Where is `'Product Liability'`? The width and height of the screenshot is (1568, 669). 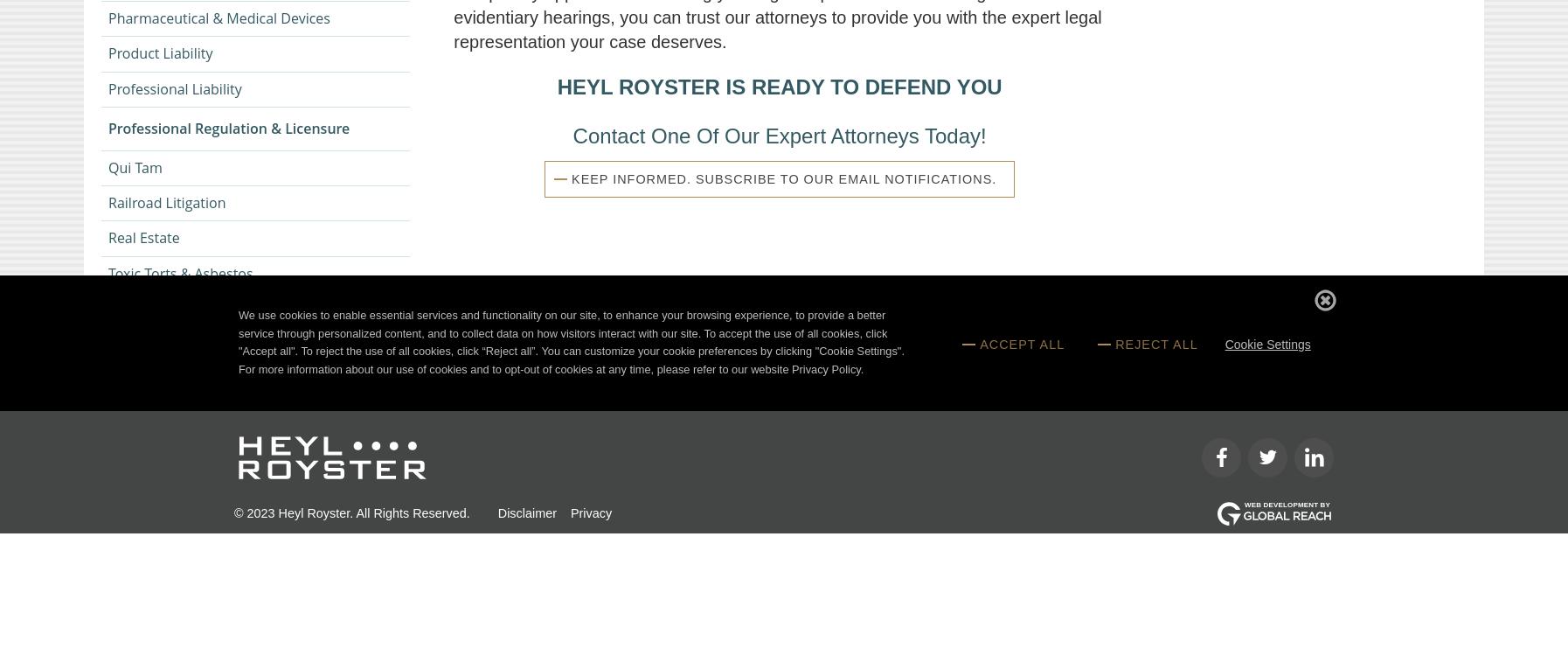 'Product Liability' is located at coordinates (159, 52).